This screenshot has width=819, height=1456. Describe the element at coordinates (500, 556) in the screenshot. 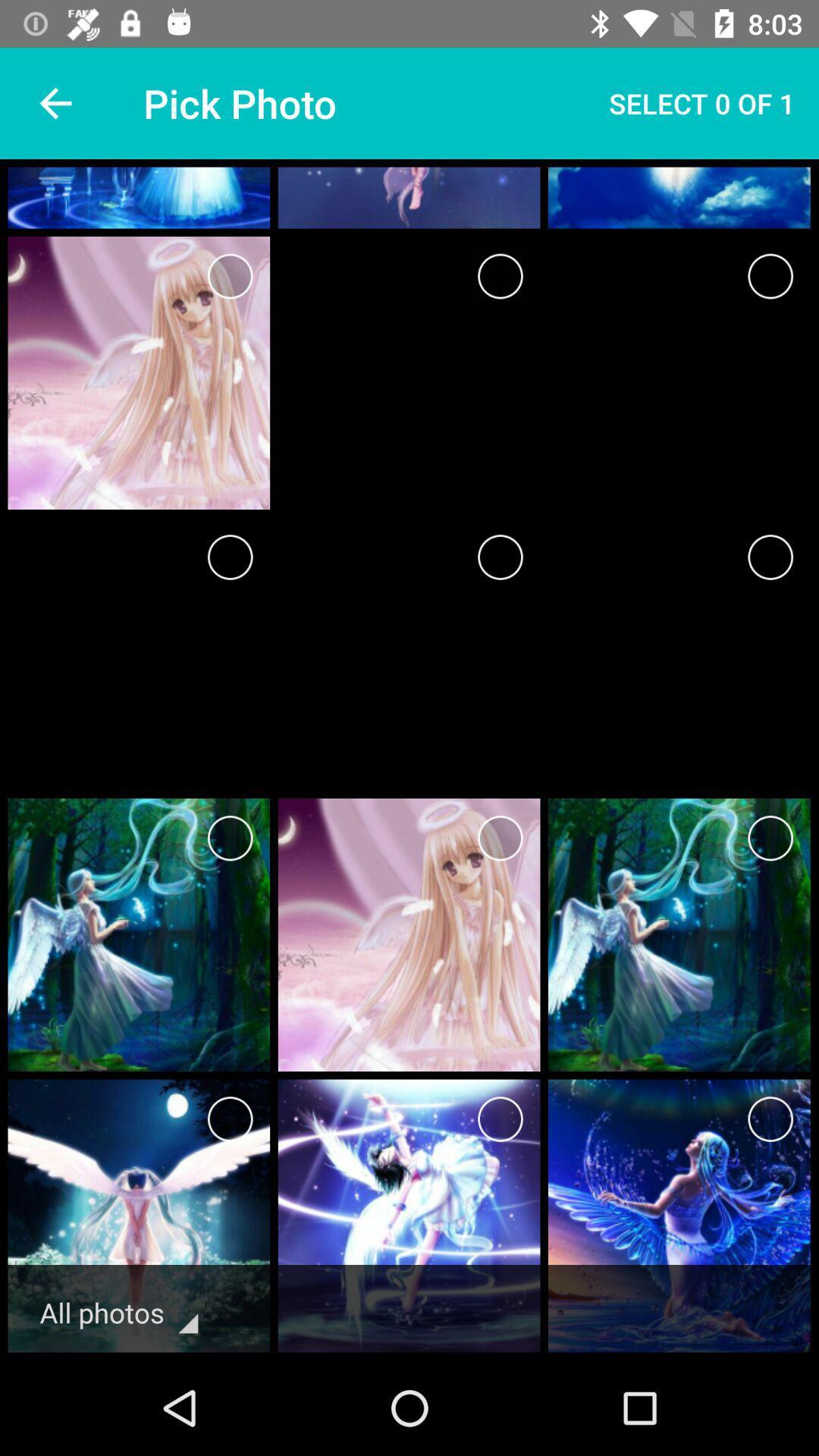

I see `option` at that location.